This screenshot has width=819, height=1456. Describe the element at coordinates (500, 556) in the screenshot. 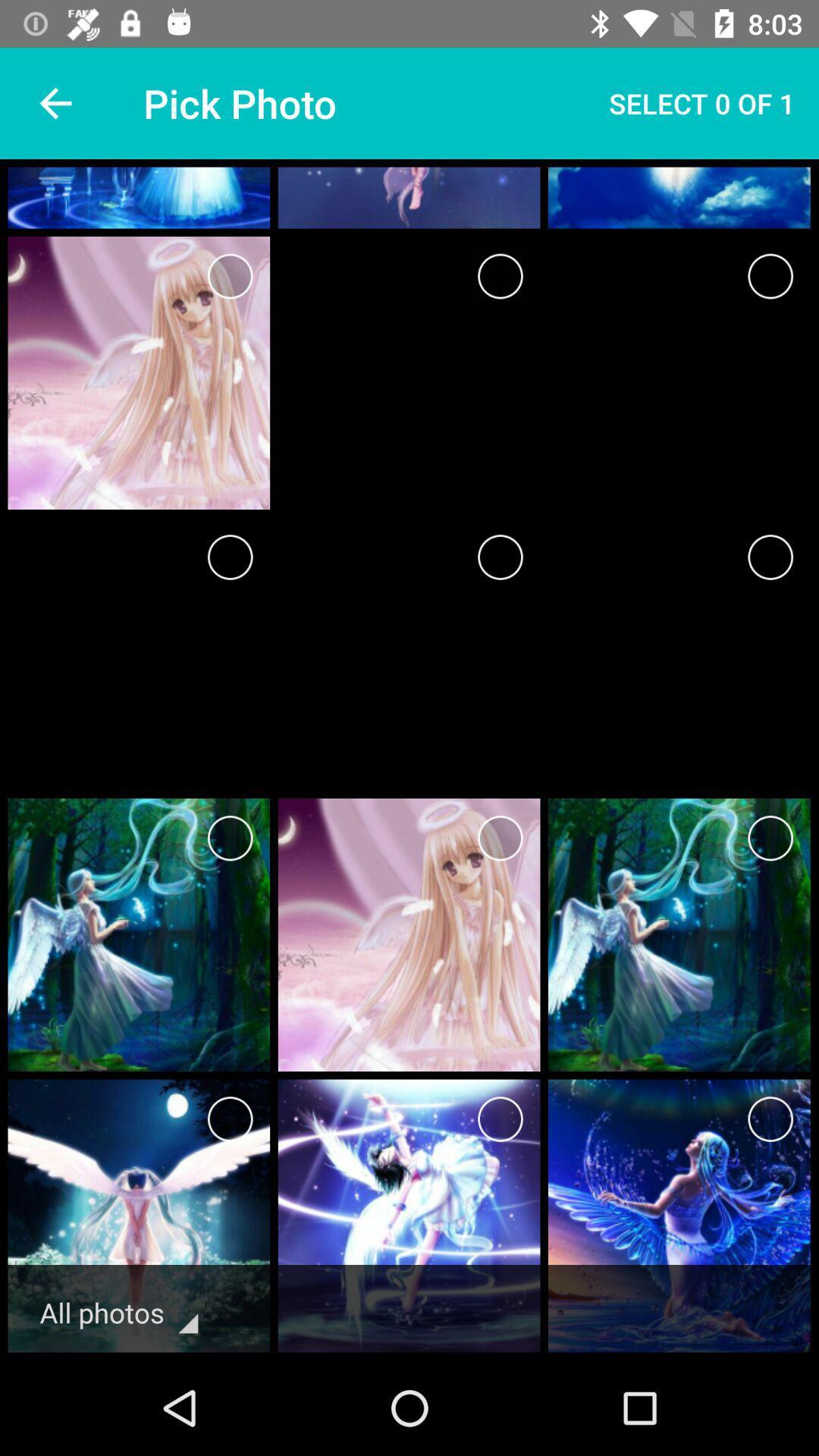

I see `option` at that location.